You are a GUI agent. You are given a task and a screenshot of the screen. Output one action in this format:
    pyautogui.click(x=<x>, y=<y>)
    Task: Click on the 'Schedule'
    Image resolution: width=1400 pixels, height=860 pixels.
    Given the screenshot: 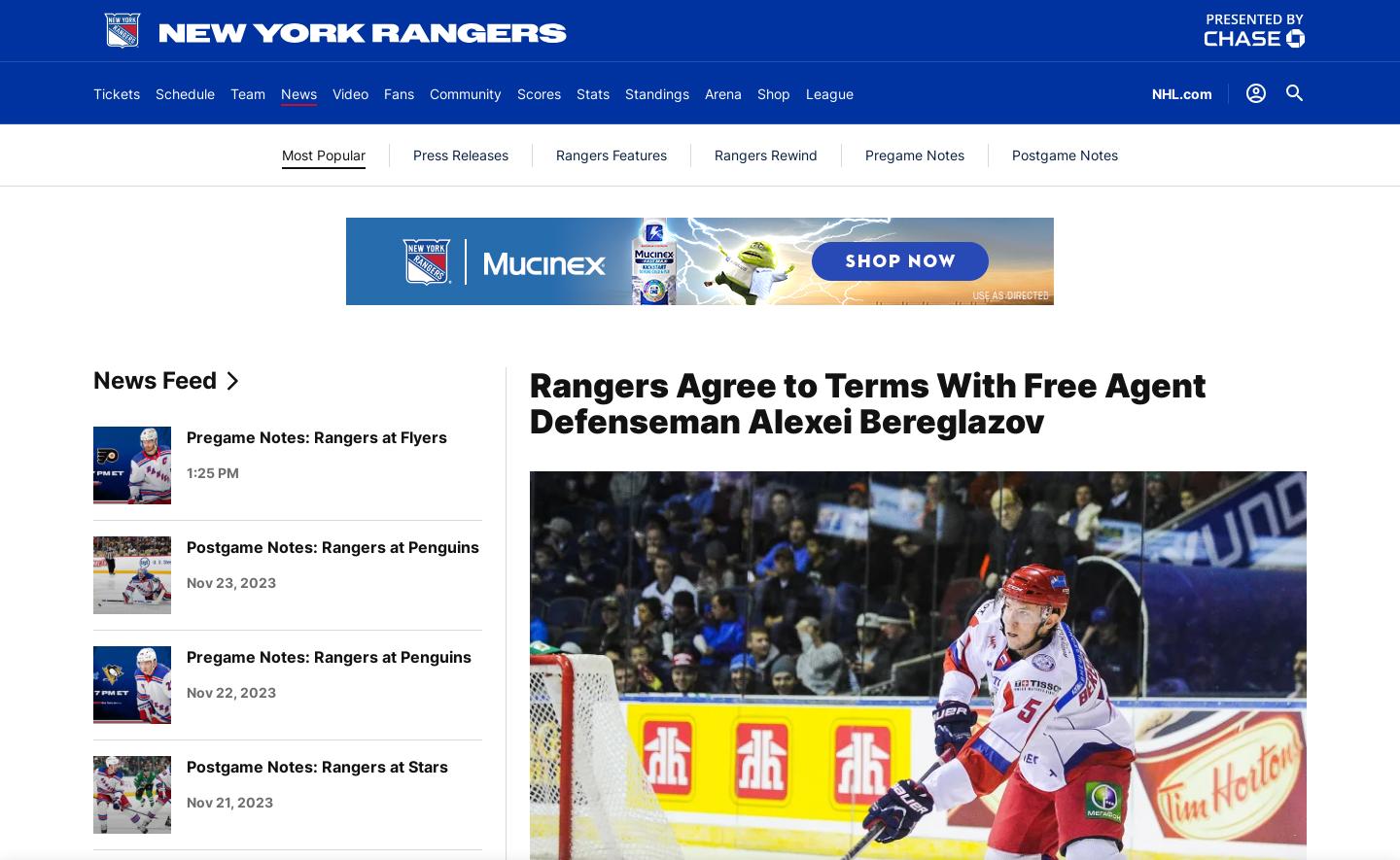 What is the action you would take?
    pyautogui.click(x=154, y=92)
    